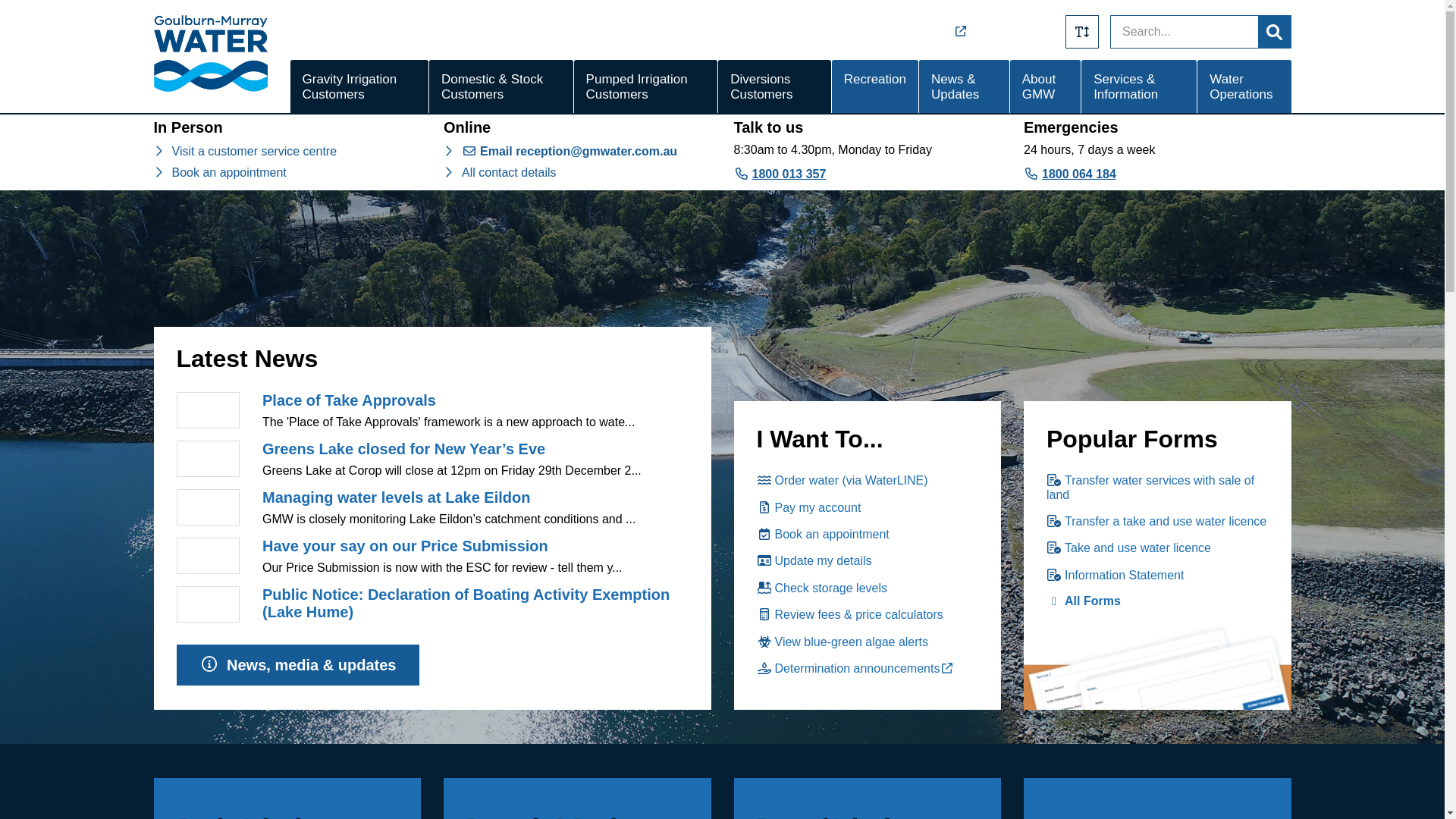 The image size is (1456, 819). I want to click on 'Place of Take Approvals', so click(348, 400).